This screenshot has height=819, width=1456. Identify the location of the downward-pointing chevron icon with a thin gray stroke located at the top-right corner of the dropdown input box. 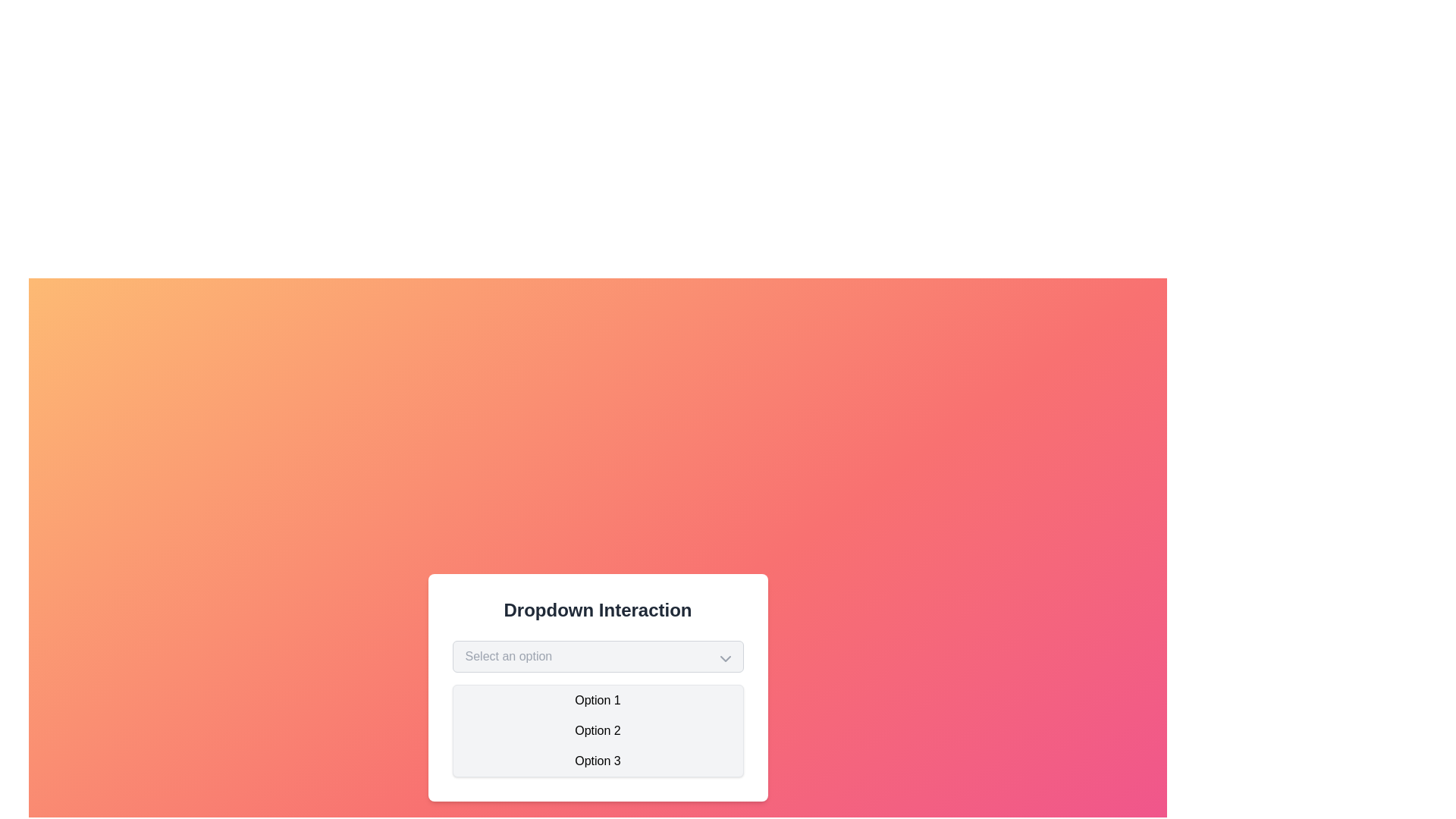
(724, 657).